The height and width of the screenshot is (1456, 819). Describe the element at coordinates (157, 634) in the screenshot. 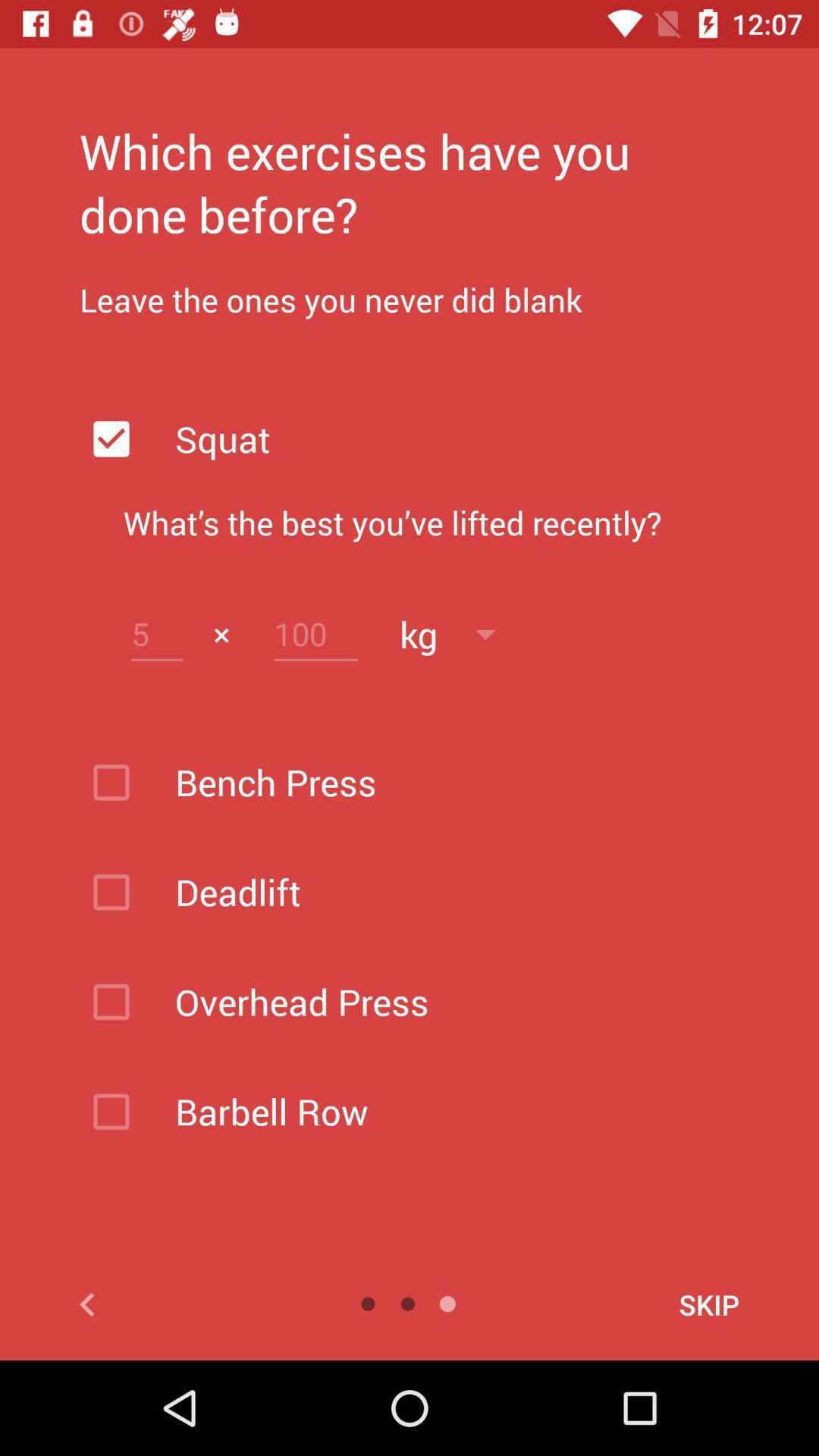

I see `number` at that location.